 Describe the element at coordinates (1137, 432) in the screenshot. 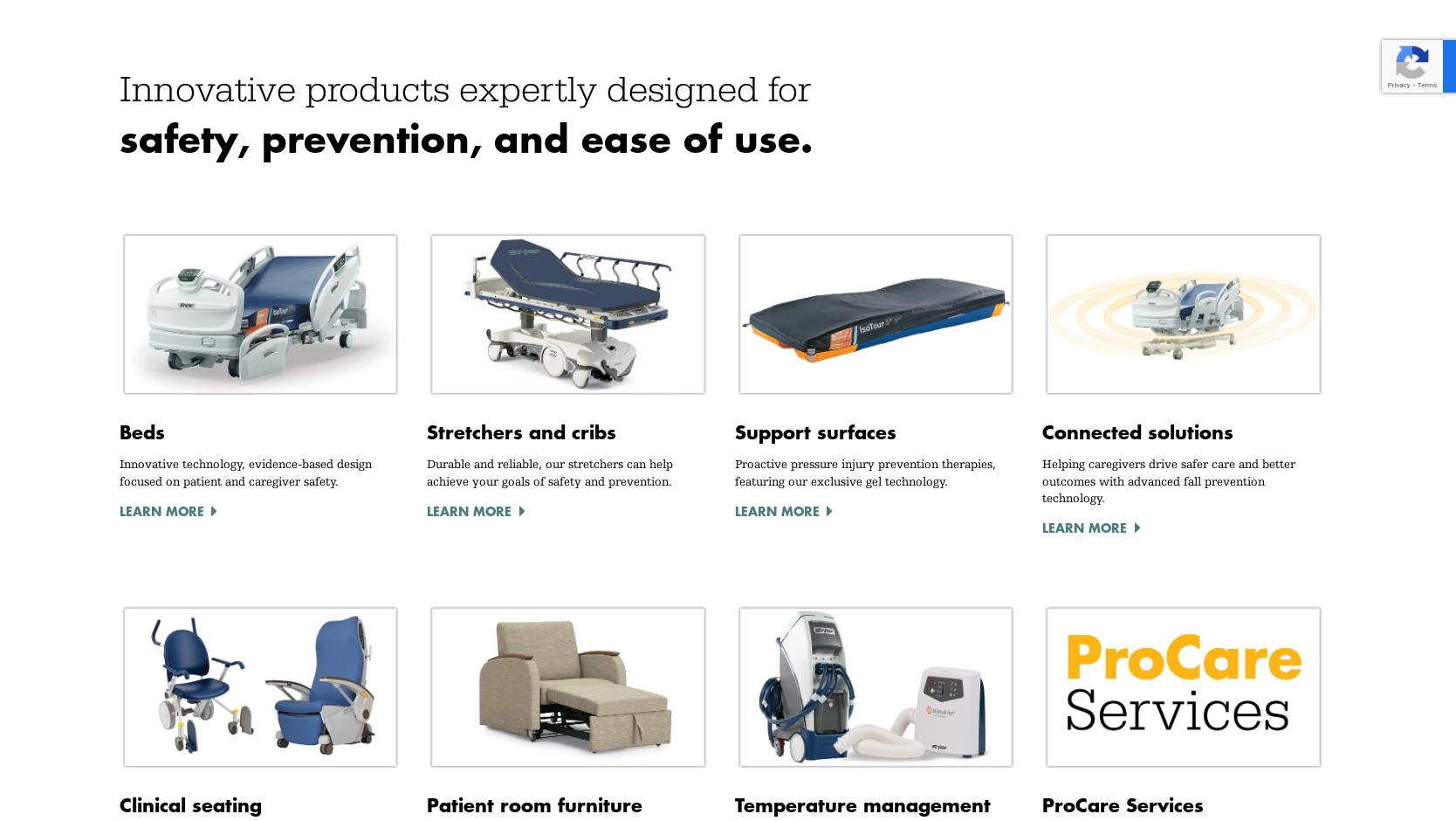

I see `'Connected solutions'` at that location.